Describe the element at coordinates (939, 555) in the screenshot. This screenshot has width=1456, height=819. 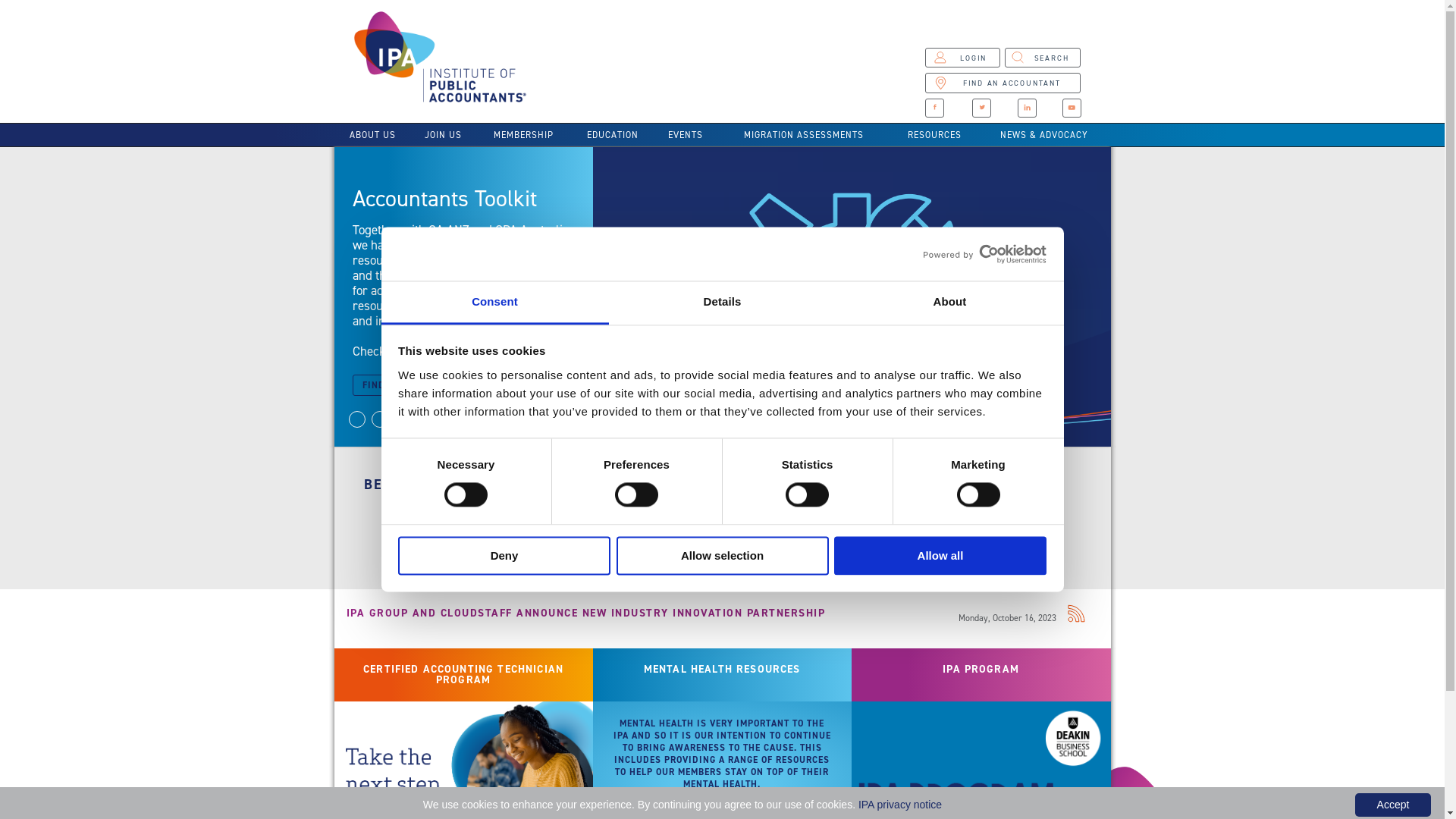
I see `'Allow all'` at that location.